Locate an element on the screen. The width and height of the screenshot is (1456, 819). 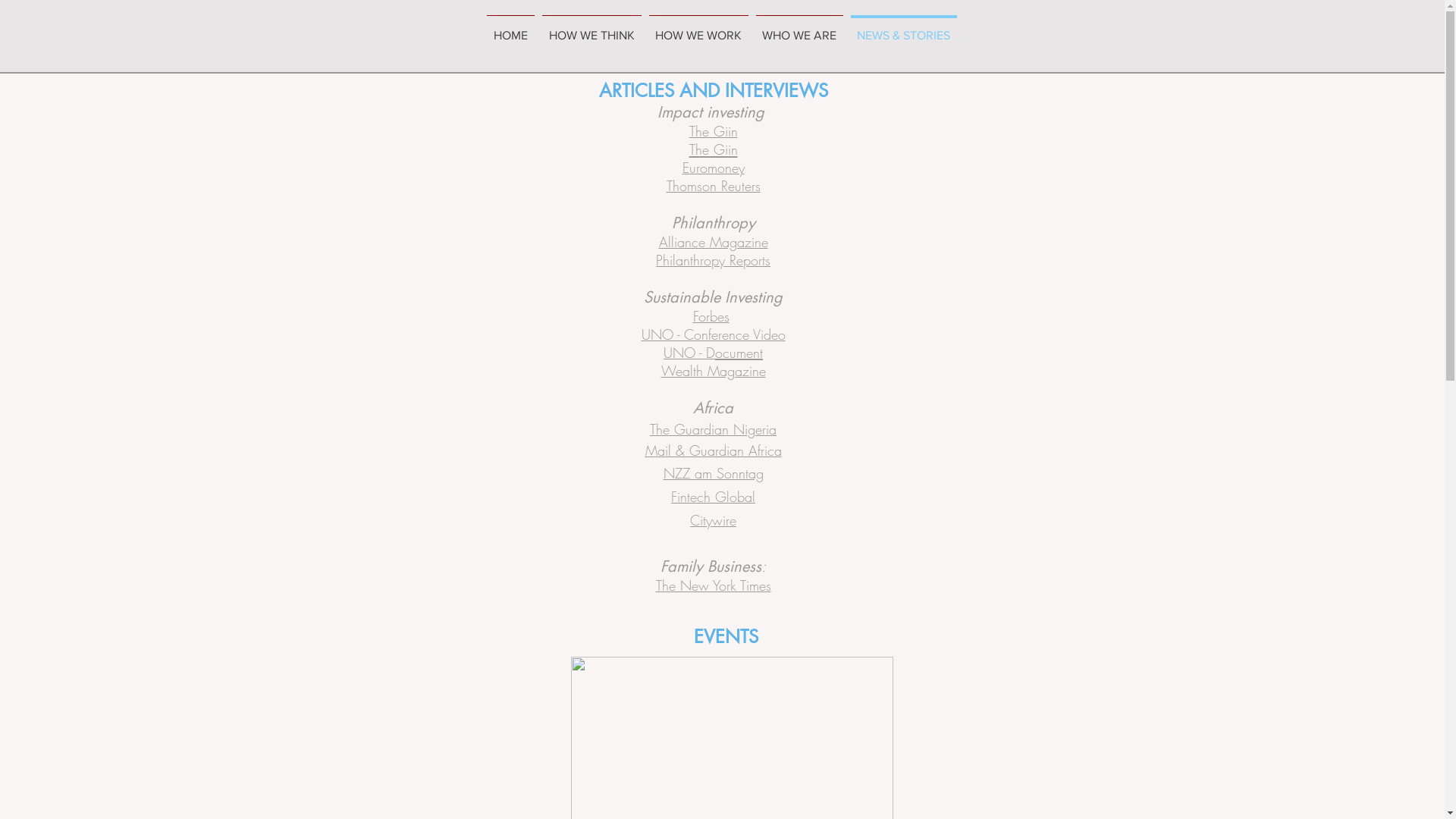
'Wealth Magazine' is located at coordinates (712, 371).